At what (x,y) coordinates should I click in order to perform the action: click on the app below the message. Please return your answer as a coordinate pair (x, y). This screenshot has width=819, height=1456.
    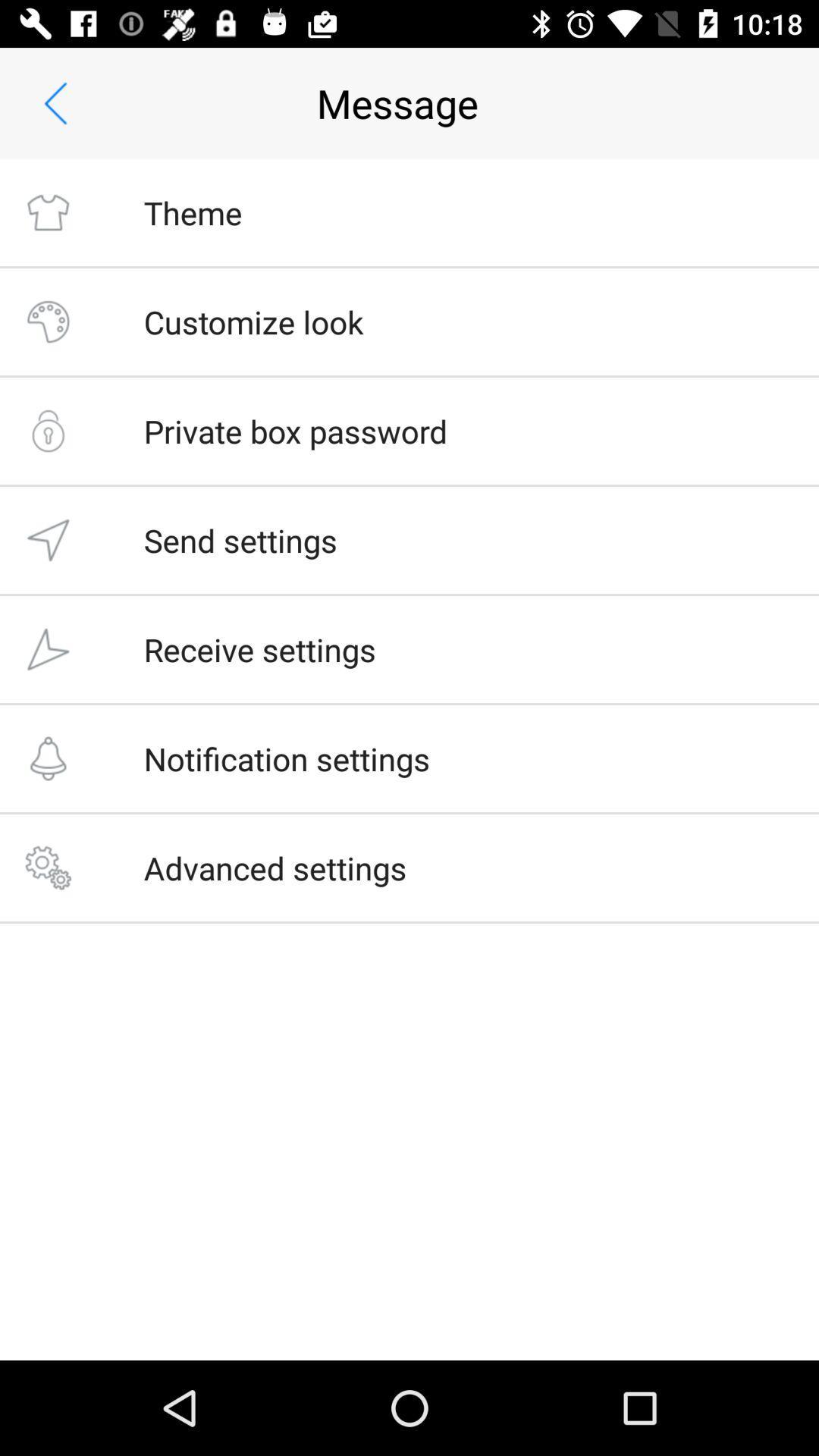
    Looking at the image, I should click on (192, 212).